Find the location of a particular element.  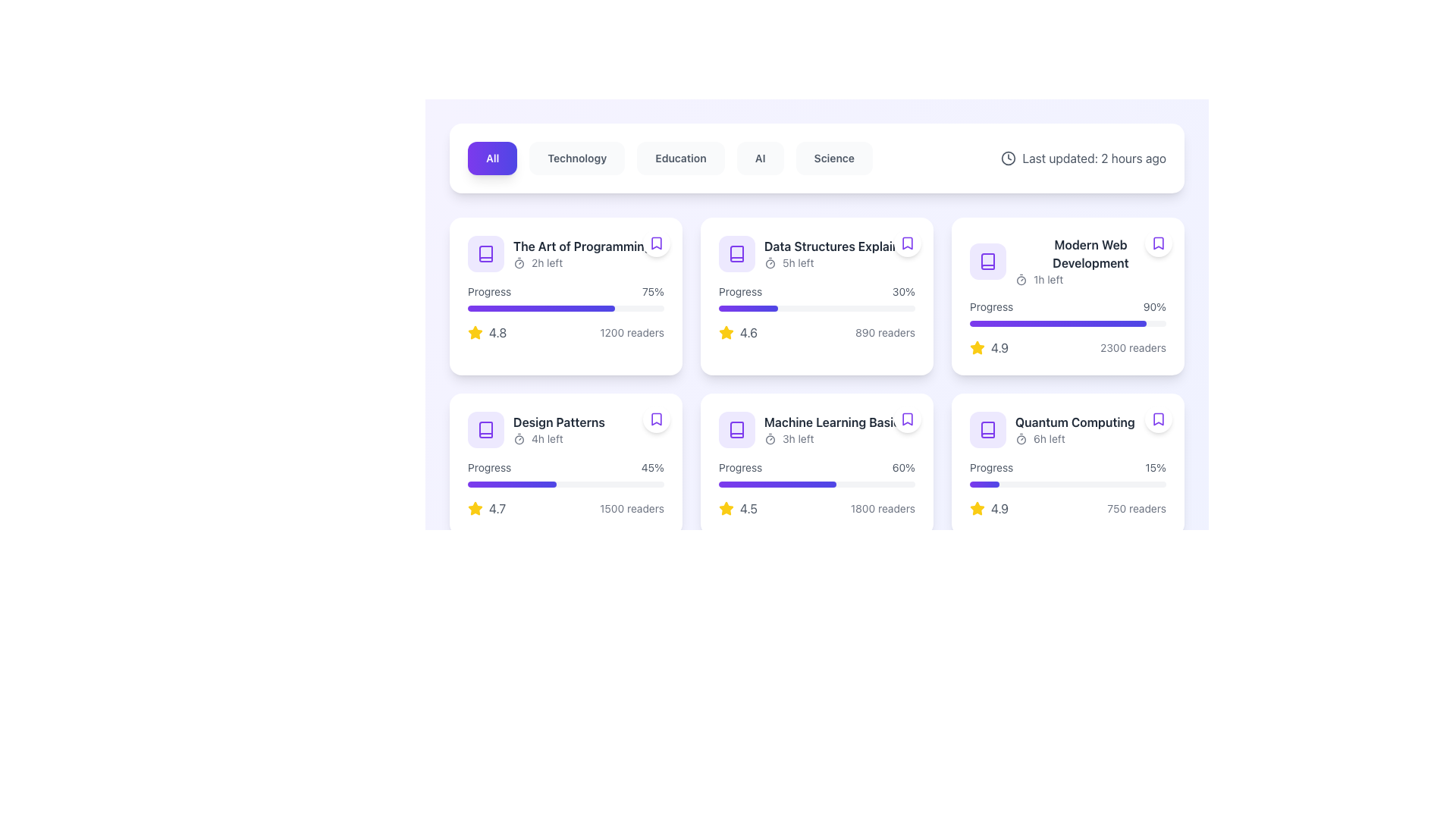

the SVG circle graphical element that represents a timer, centrally located within an icon in the component header among the content cards is located at coordinates (1021, 281).